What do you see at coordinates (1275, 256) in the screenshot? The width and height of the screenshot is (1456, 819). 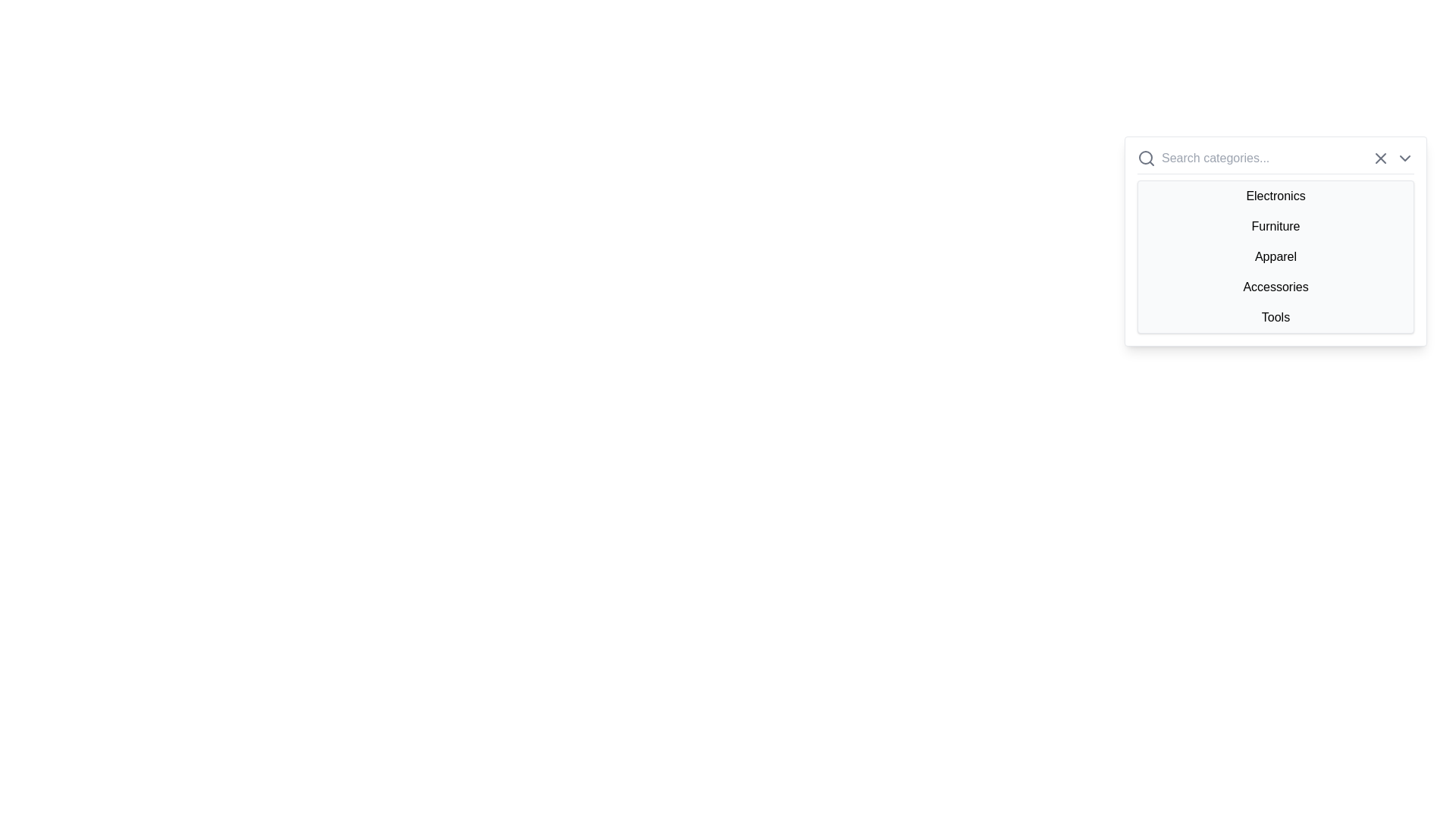 I see `the 'Apparel' category list item in the dropdown menu for accessibility navigation` at bounding box center [1275, 256].